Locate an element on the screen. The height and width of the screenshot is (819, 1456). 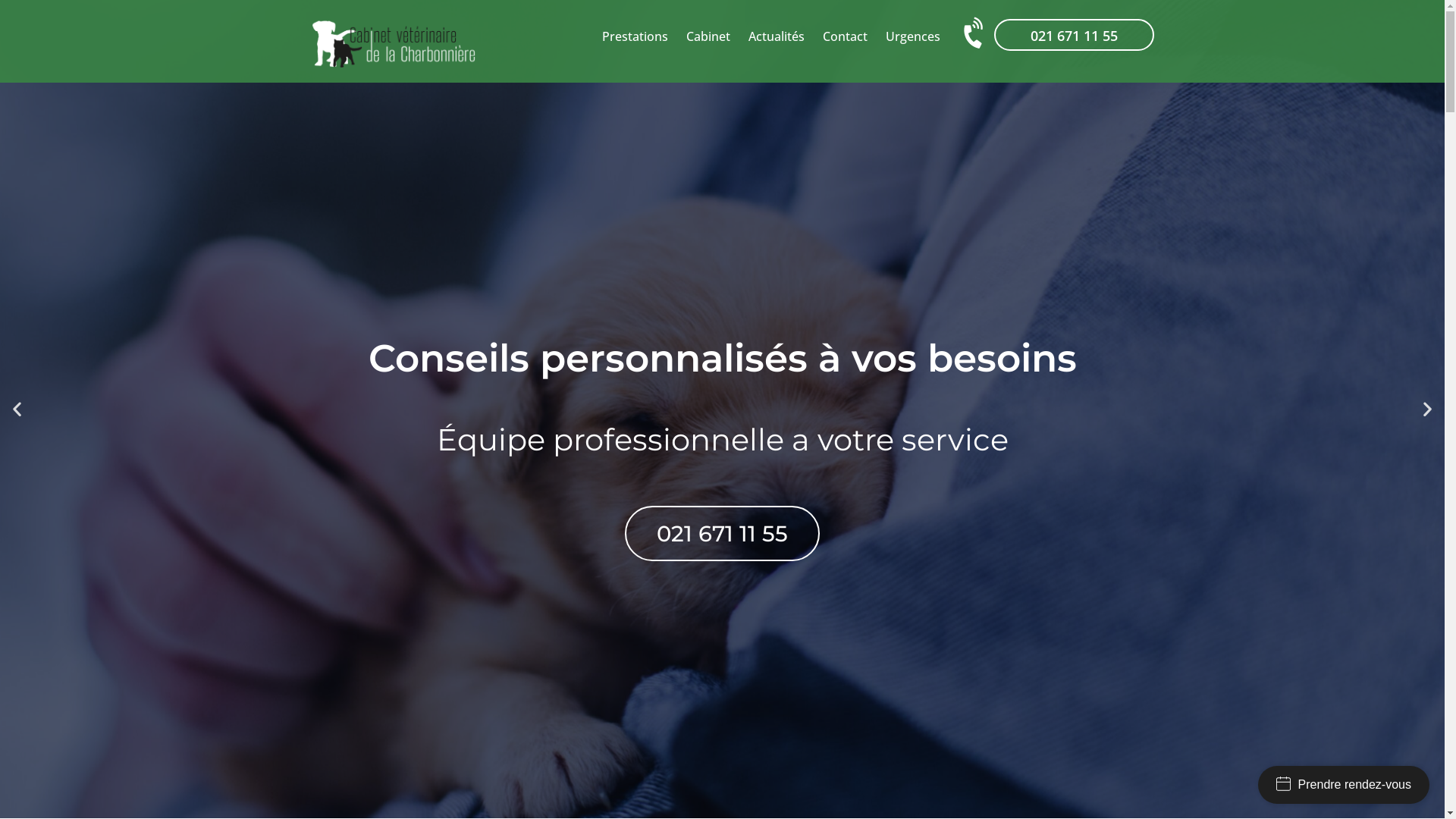
'Cabinet' is located at coordinates (708, 35).